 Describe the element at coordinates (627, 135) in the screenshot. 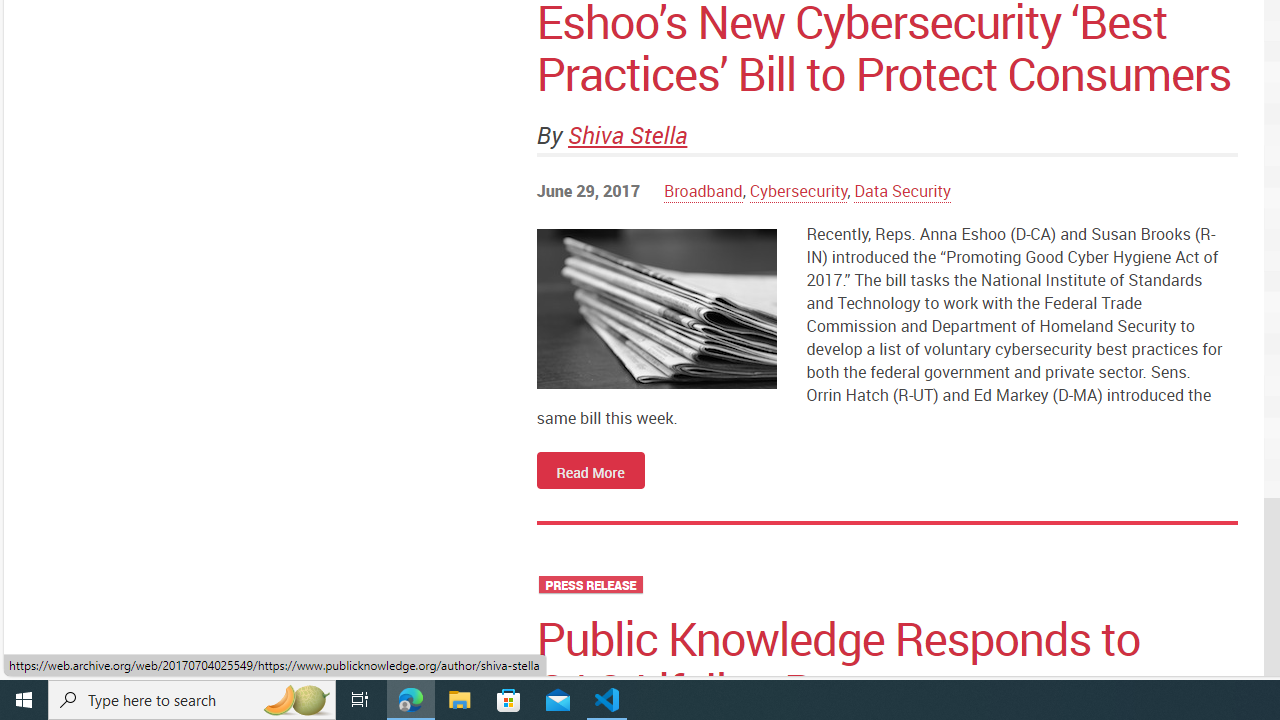

I see `'Shiva Stella'` at that location.